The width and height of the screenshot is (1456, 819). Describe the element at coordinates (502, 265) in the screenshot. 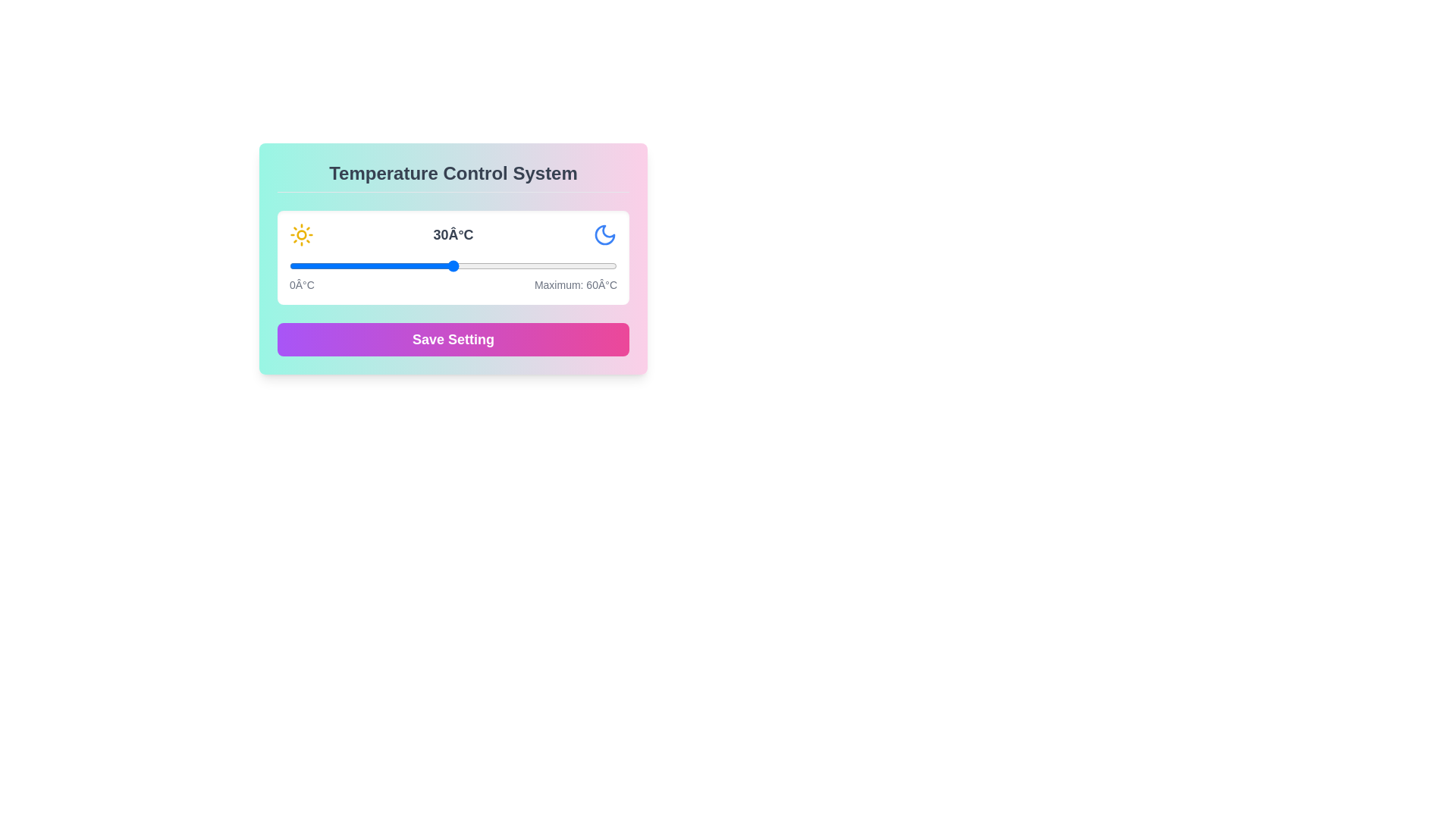

I see `the temperature slider to set the temperature to 39°C` at that location.